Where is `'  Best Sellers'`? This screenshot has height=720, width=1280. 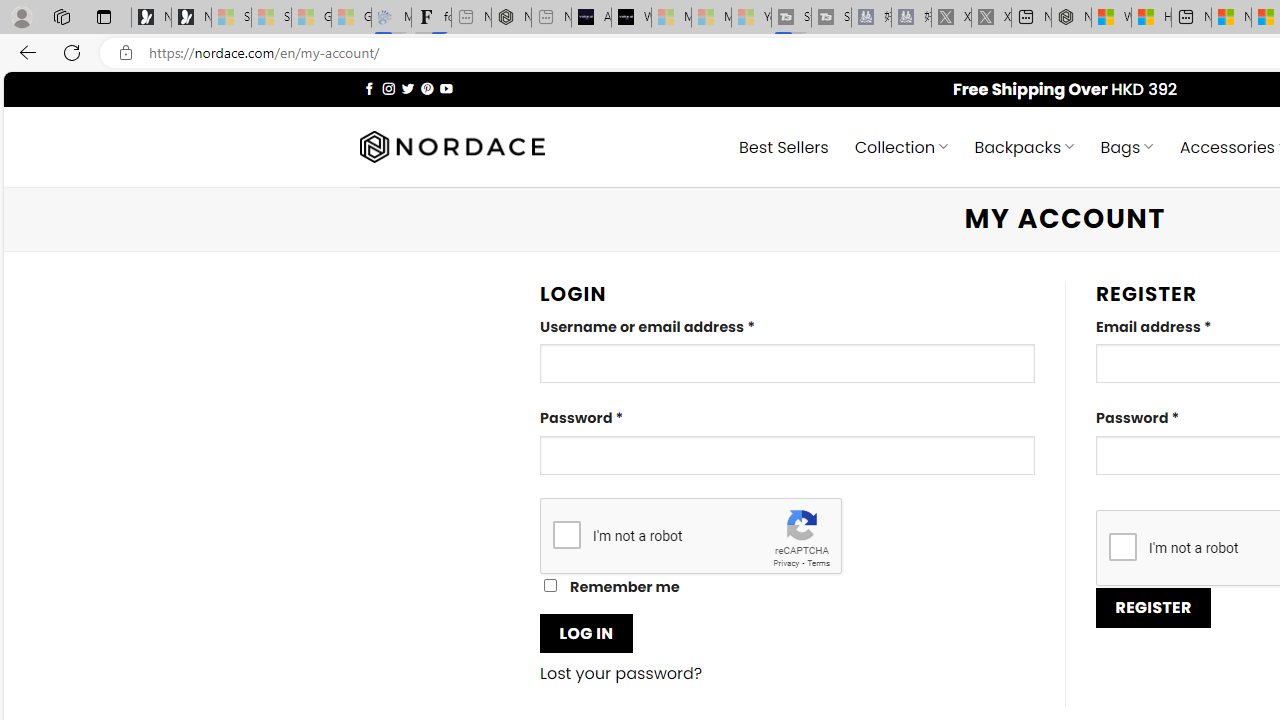
'  Best Sellers' is located at coordinates (783, 145).